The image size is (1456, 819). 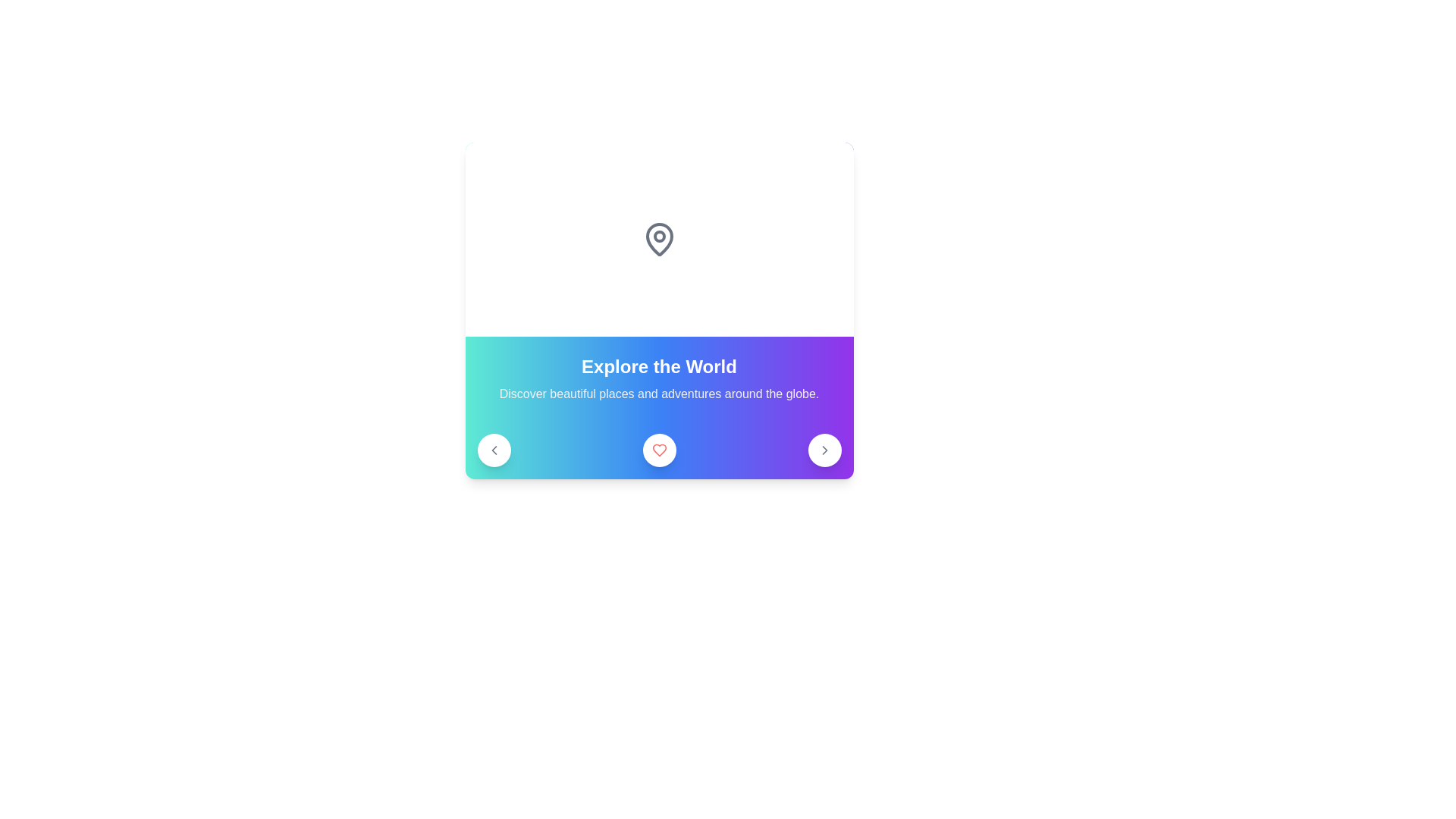 What do you see at coordinates (659, 239) in the screenshot?
I see `the static location pin icon that indicates a location-related theme, positioned above the text 'Explore the World'` at bounding box center [659, 239].